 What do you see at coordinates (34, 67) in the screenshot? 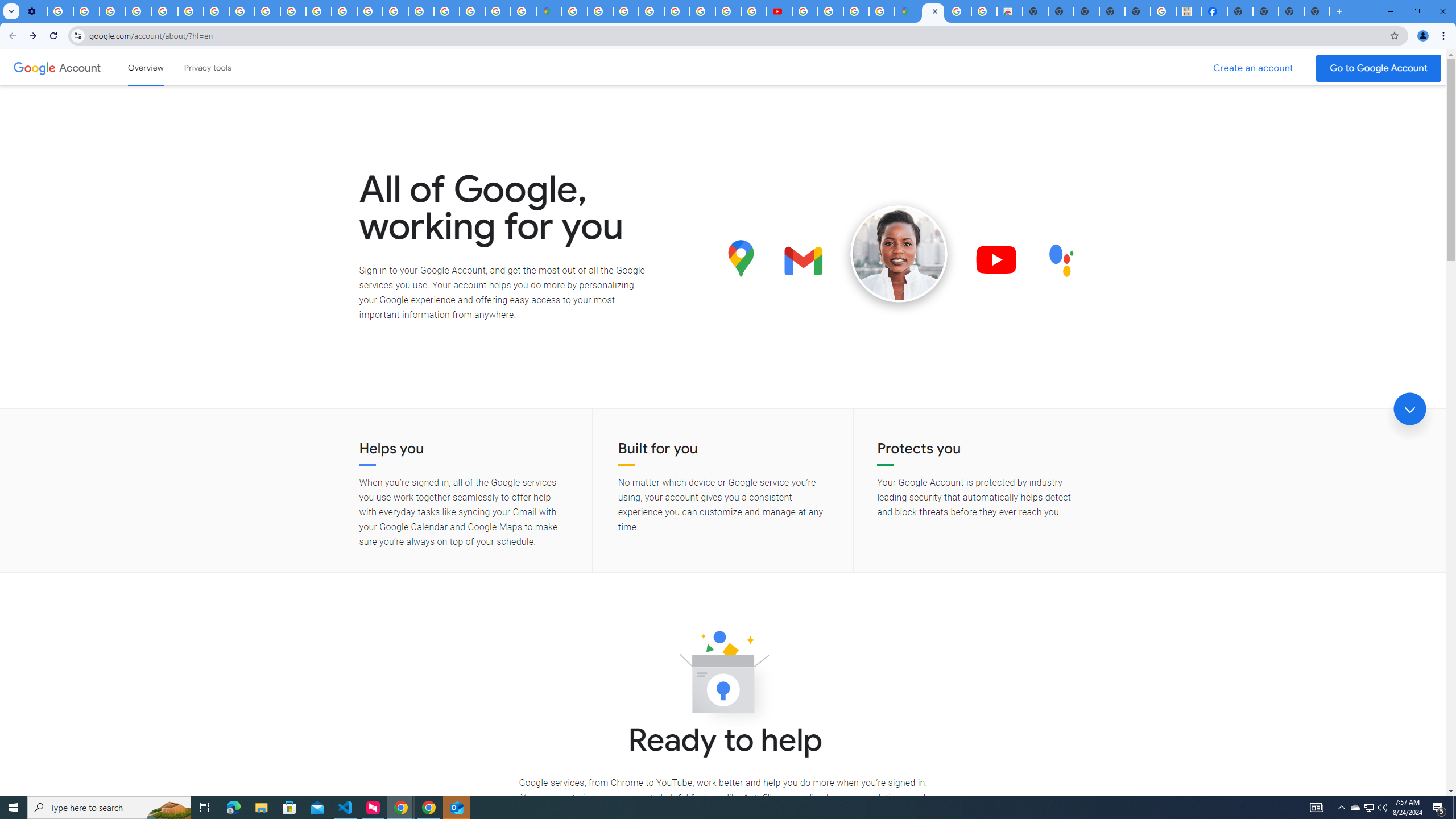
I see `'Google logo'` at bounding box center [34, 67].